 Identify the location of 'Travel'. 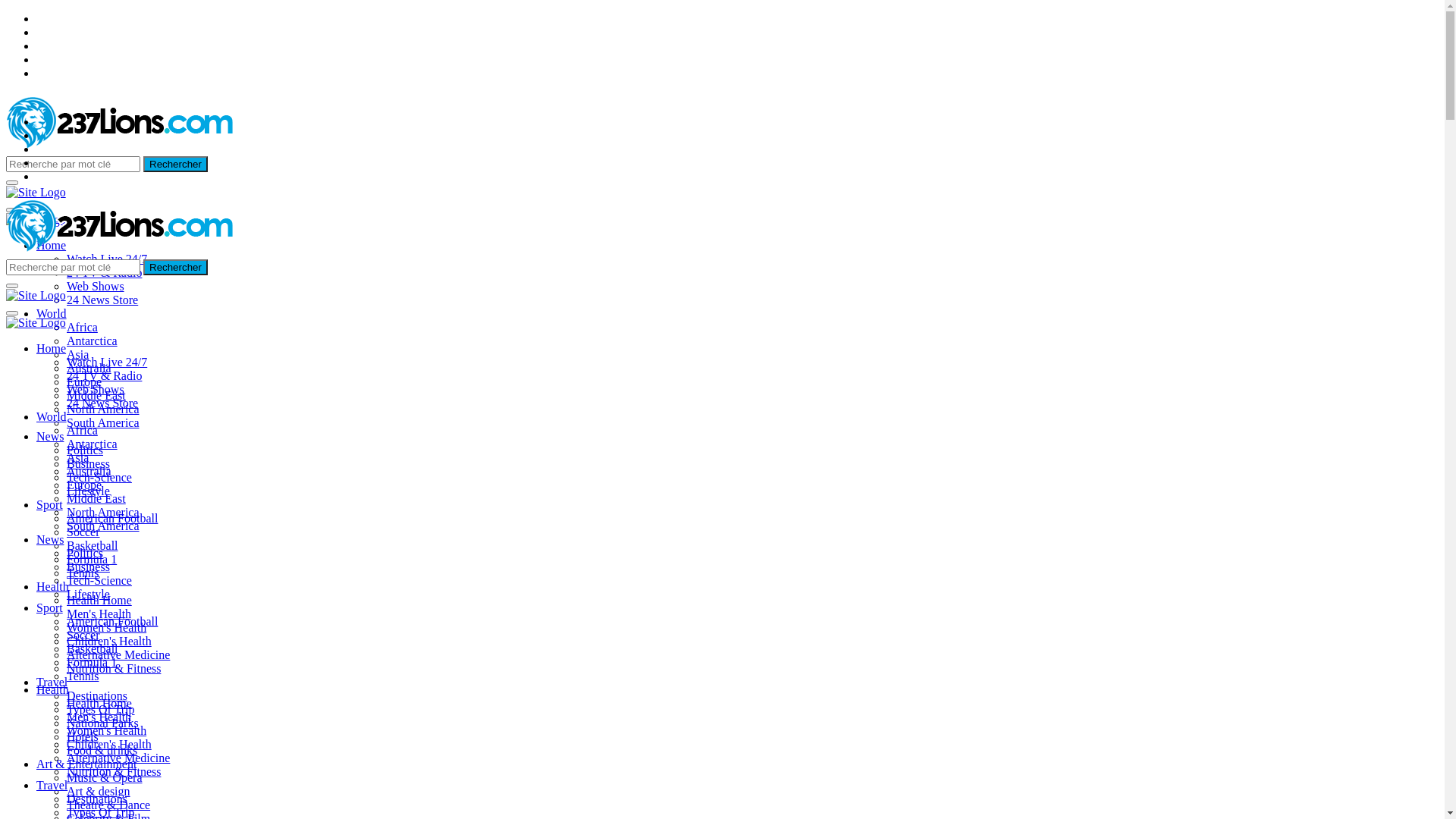
(52, 785).